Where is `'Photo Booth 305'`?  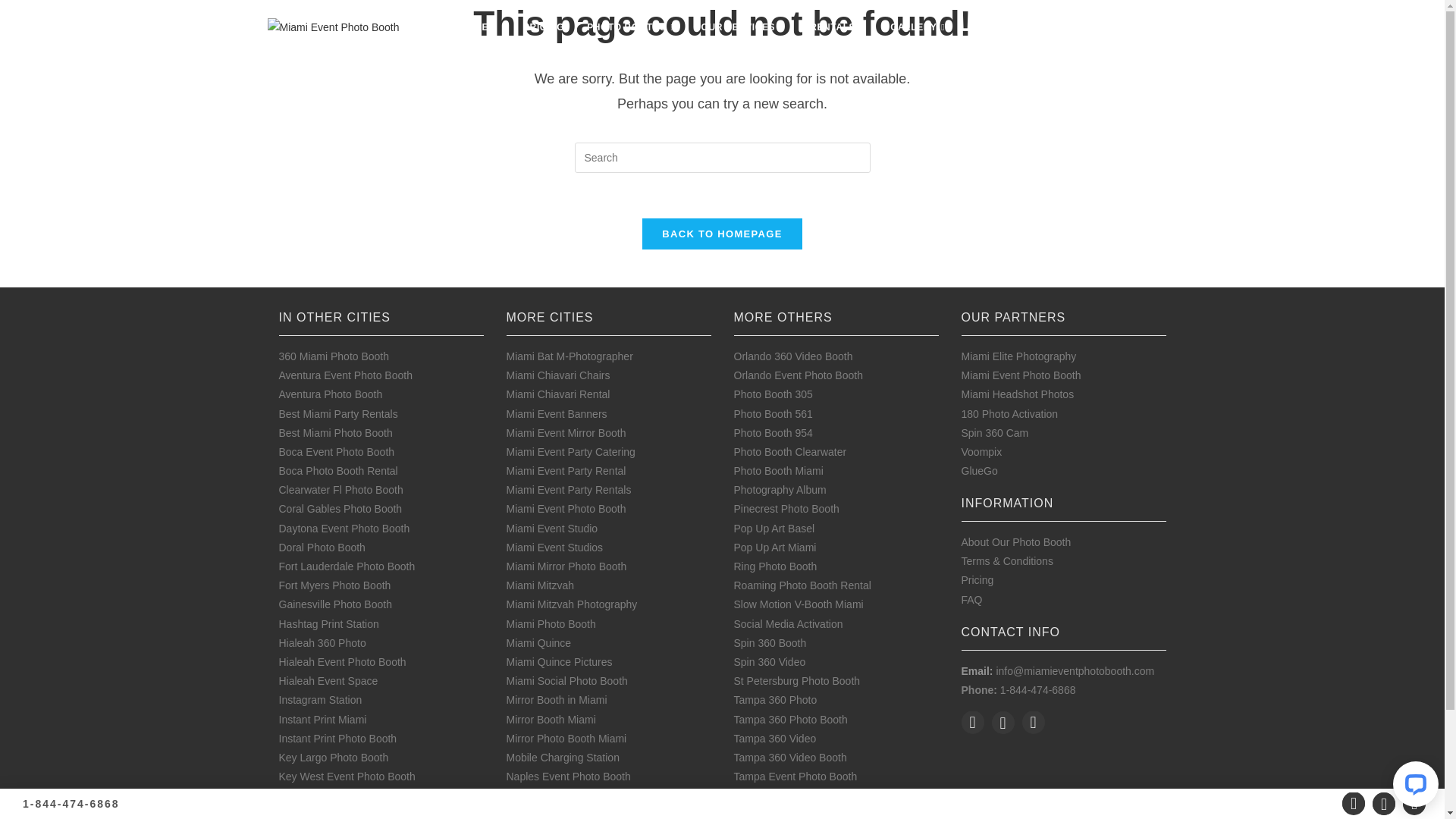
'Photo Booth 305' is located at coordinates (773, 394).